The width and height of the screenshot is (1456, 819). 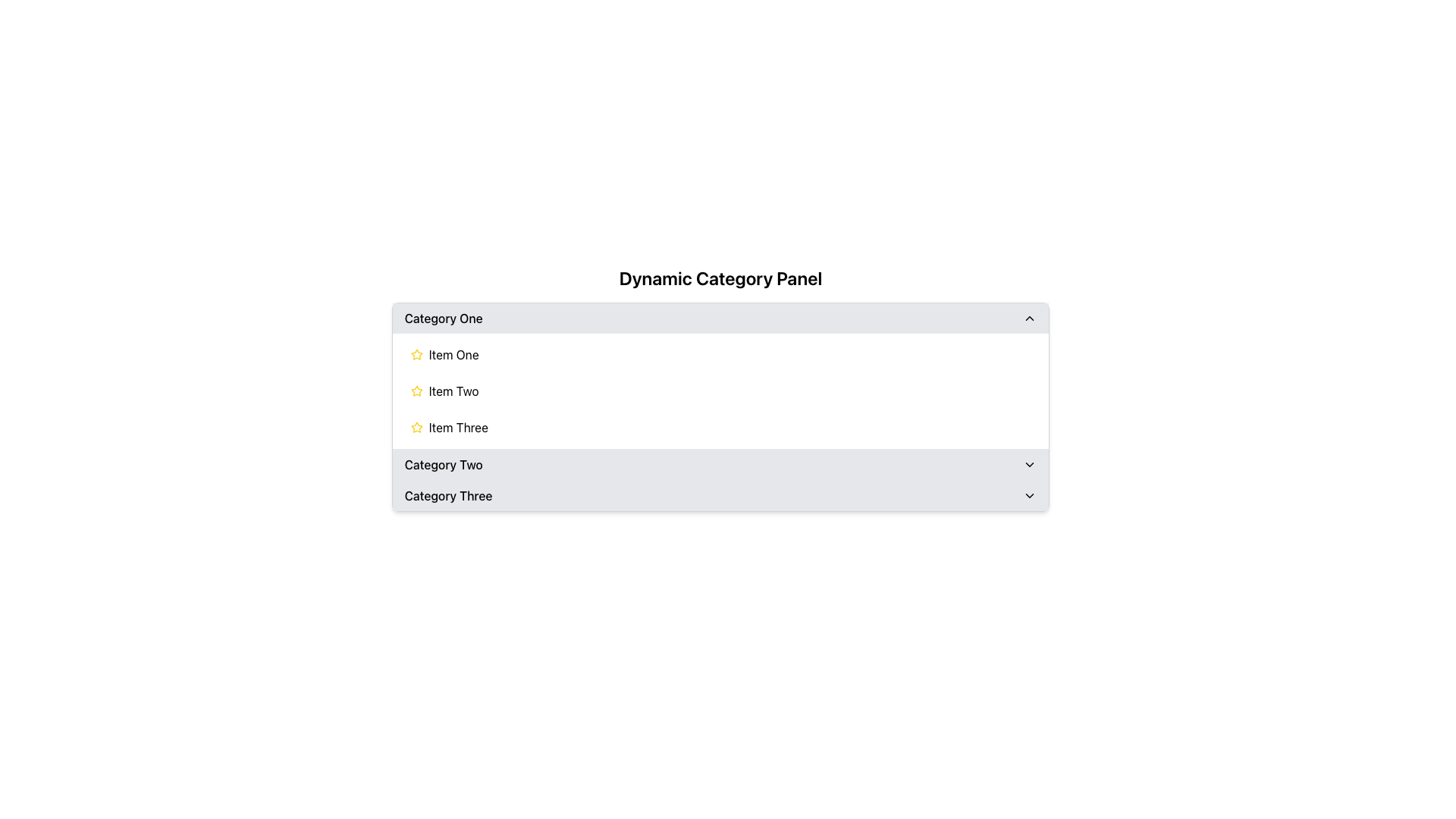 What do you see at coordinates (720, 464) in the screenshot?
I see `the second row in the list of categories, which is a List item with menu toggle` at bounding box center [720, 464].